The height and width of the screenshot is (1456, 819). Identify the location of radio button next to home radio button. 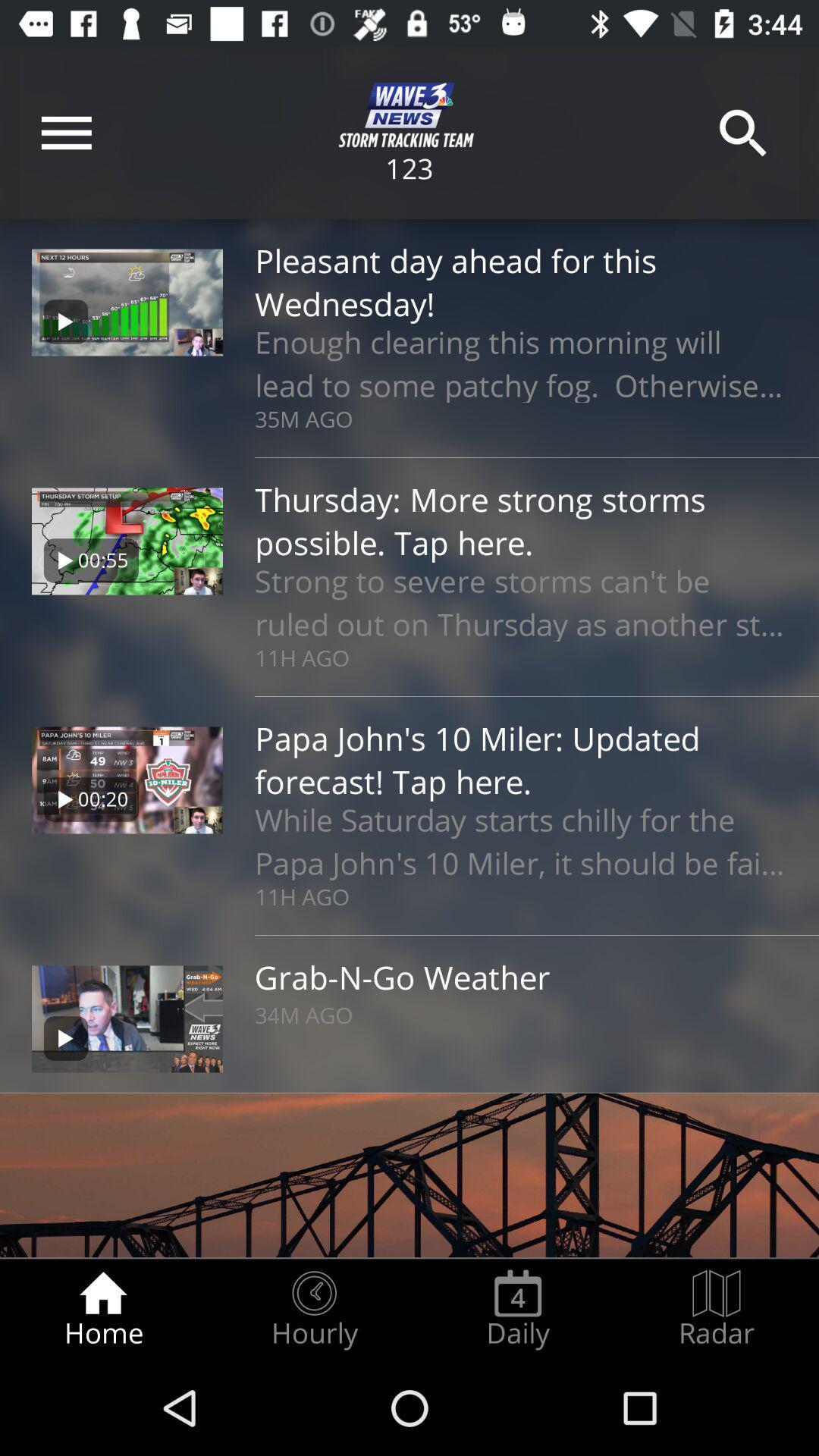
(313, 1309).